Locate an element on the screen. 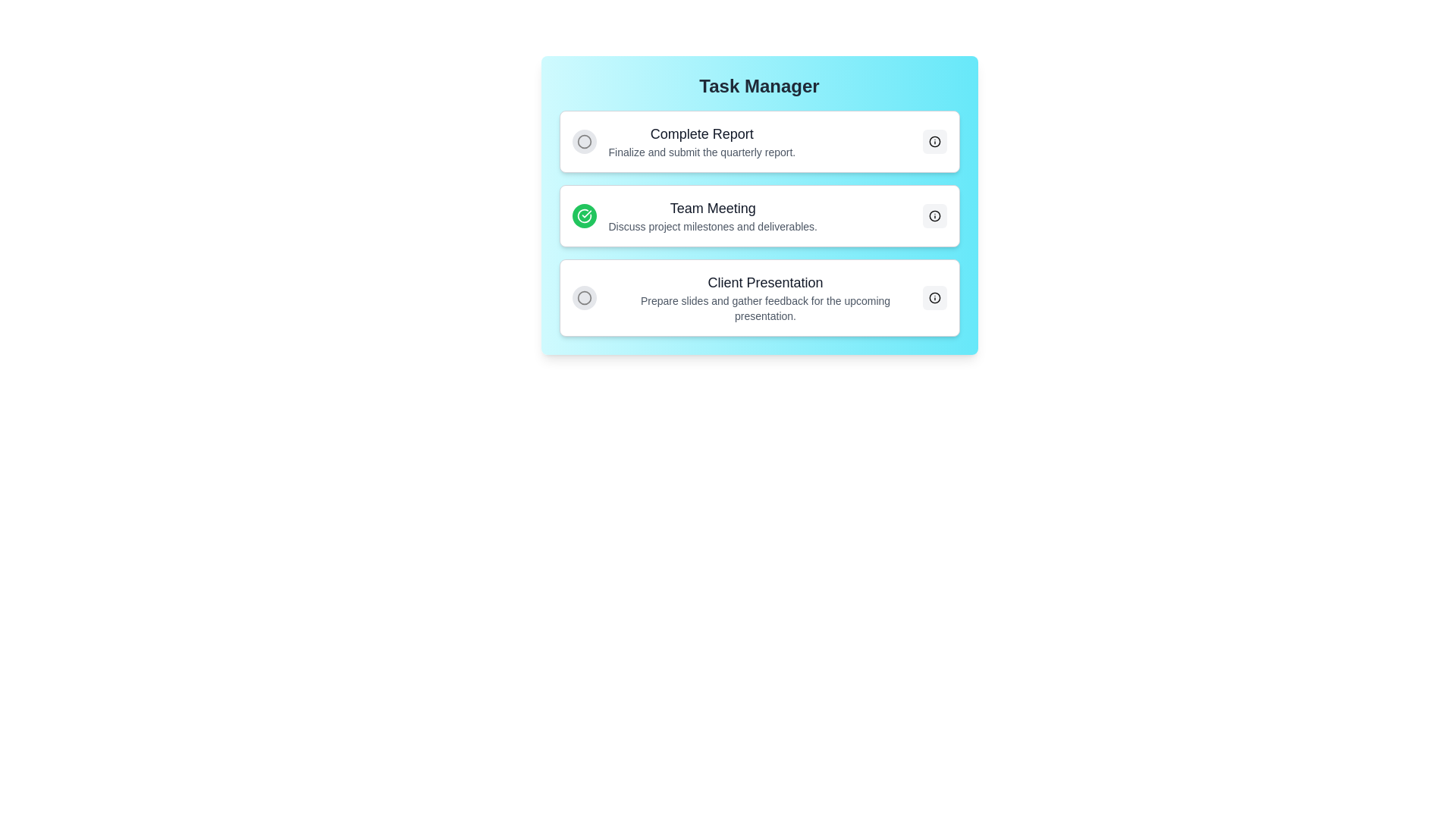 The width and height of the screenshot is (1456, 819). the green circular icon indicating the completion or selection of the 'Team Meeting' task in the task list interface is located at coordinates (583, 216).